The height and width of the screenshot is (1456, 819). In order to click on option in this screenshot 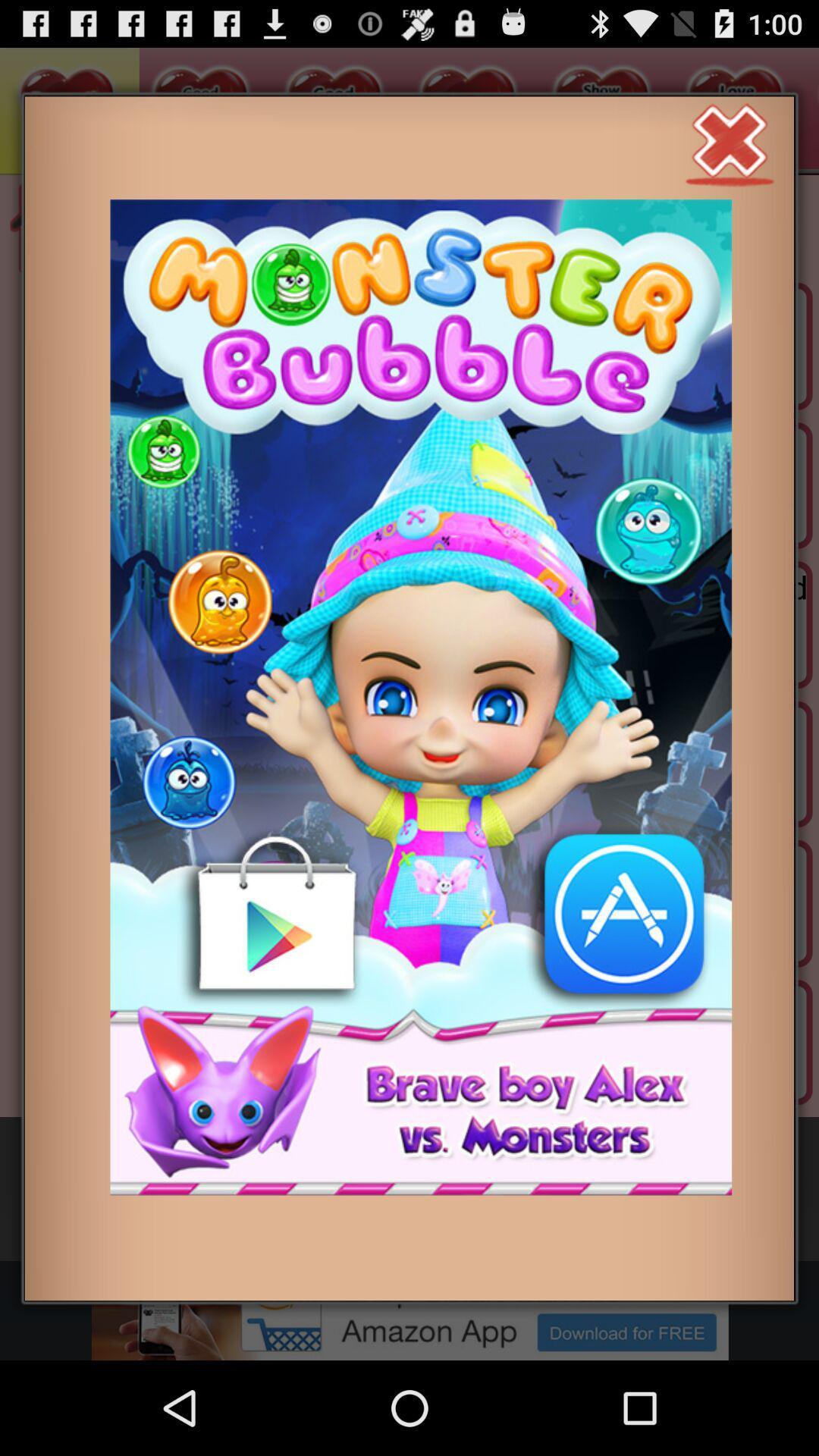, I will do `click(730, 143)`.